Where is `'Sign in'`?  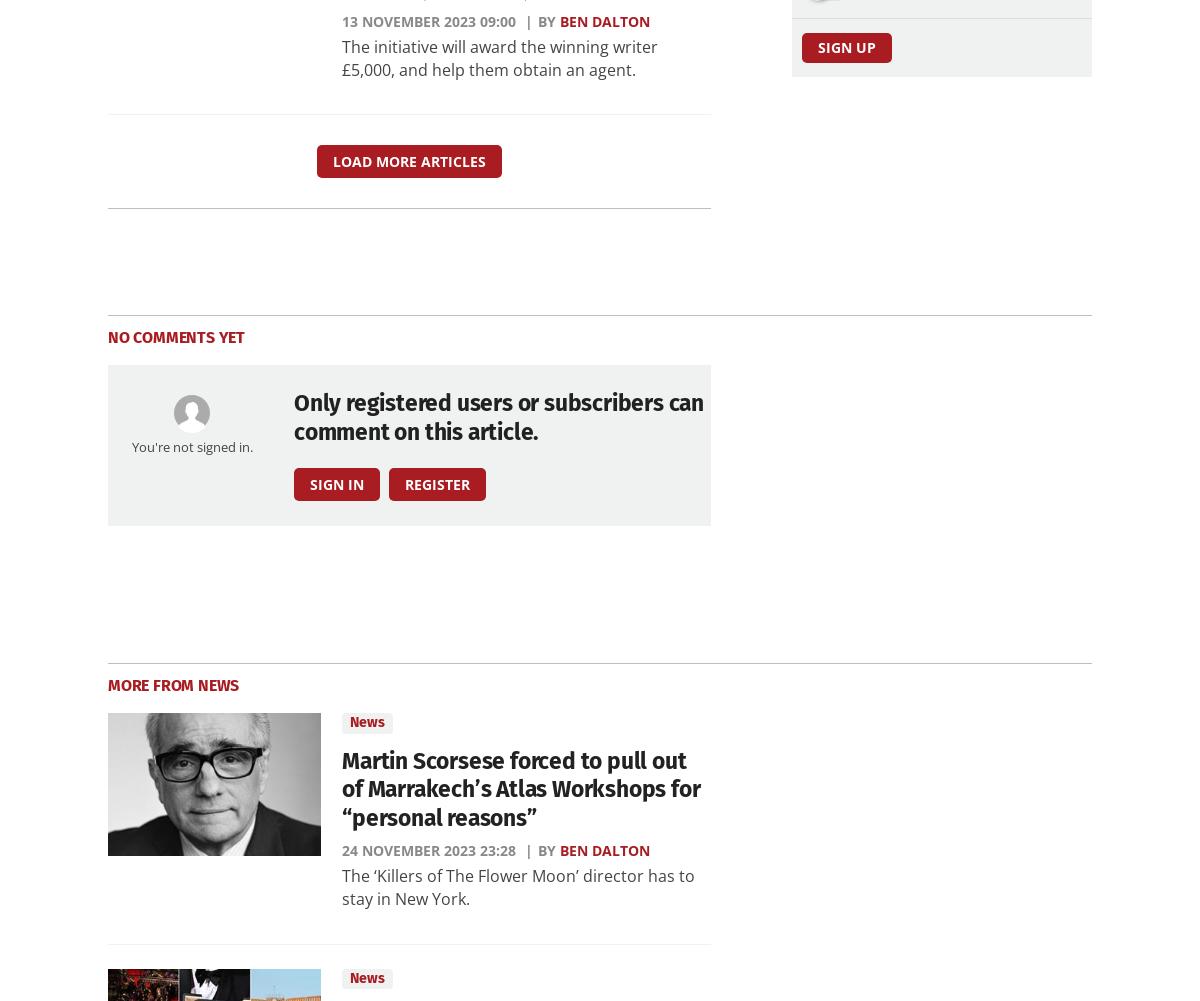
'Sign in' is located at coordinates (309, 483).